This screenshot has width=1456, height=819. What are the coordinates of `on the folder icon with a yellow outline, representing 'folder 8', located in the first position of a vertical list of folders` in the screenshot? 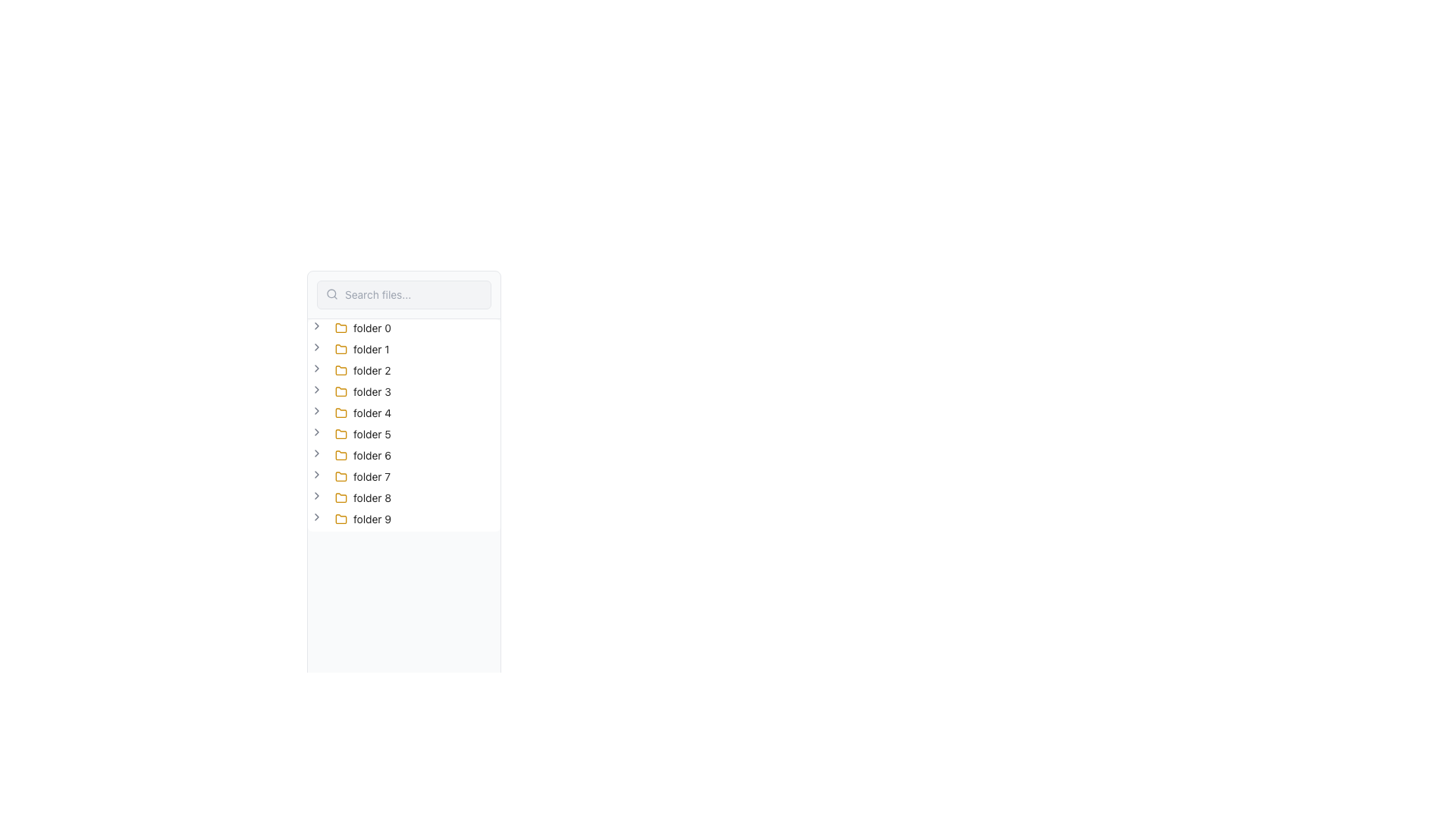 It's located at (340, 497).